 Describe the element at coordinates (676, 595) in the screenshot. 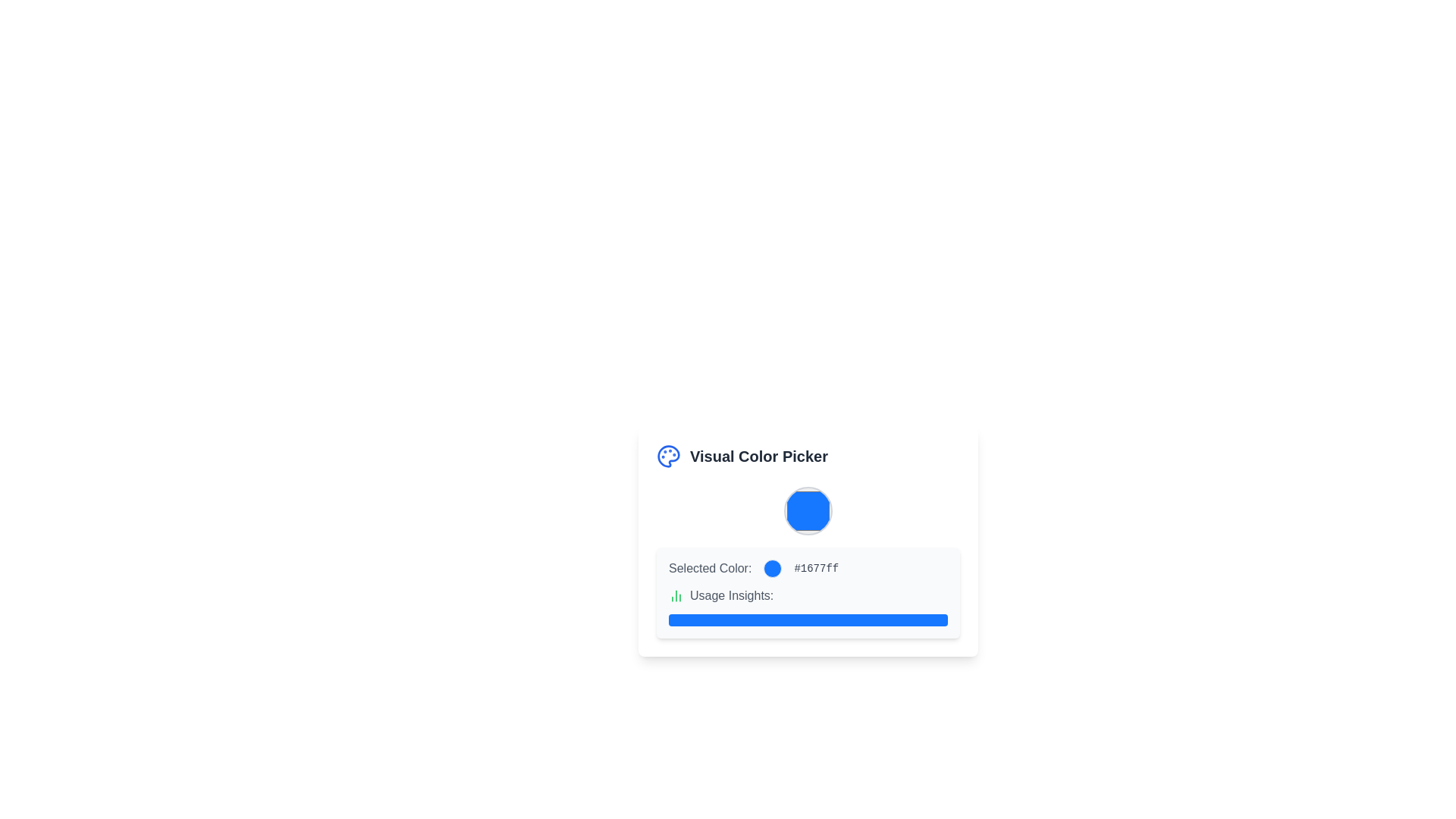

I see `the green bar chart icon located to the left of the 'Usage Insights:' text, which consists of three vertical bars of varying heights` at that location.